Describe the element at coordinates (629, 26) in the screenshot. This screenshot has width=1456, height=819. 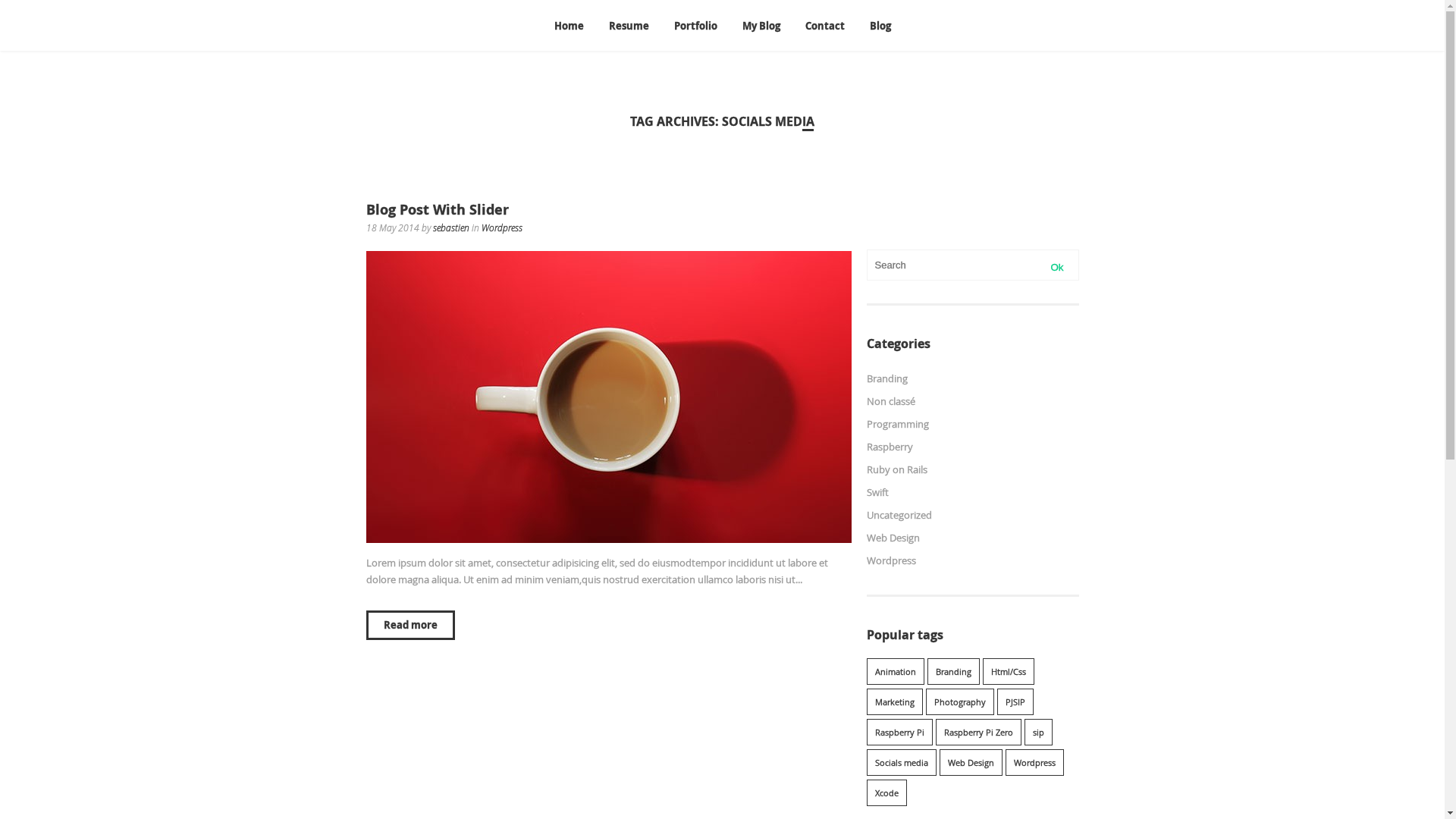
I see `'Resume'` at that location.